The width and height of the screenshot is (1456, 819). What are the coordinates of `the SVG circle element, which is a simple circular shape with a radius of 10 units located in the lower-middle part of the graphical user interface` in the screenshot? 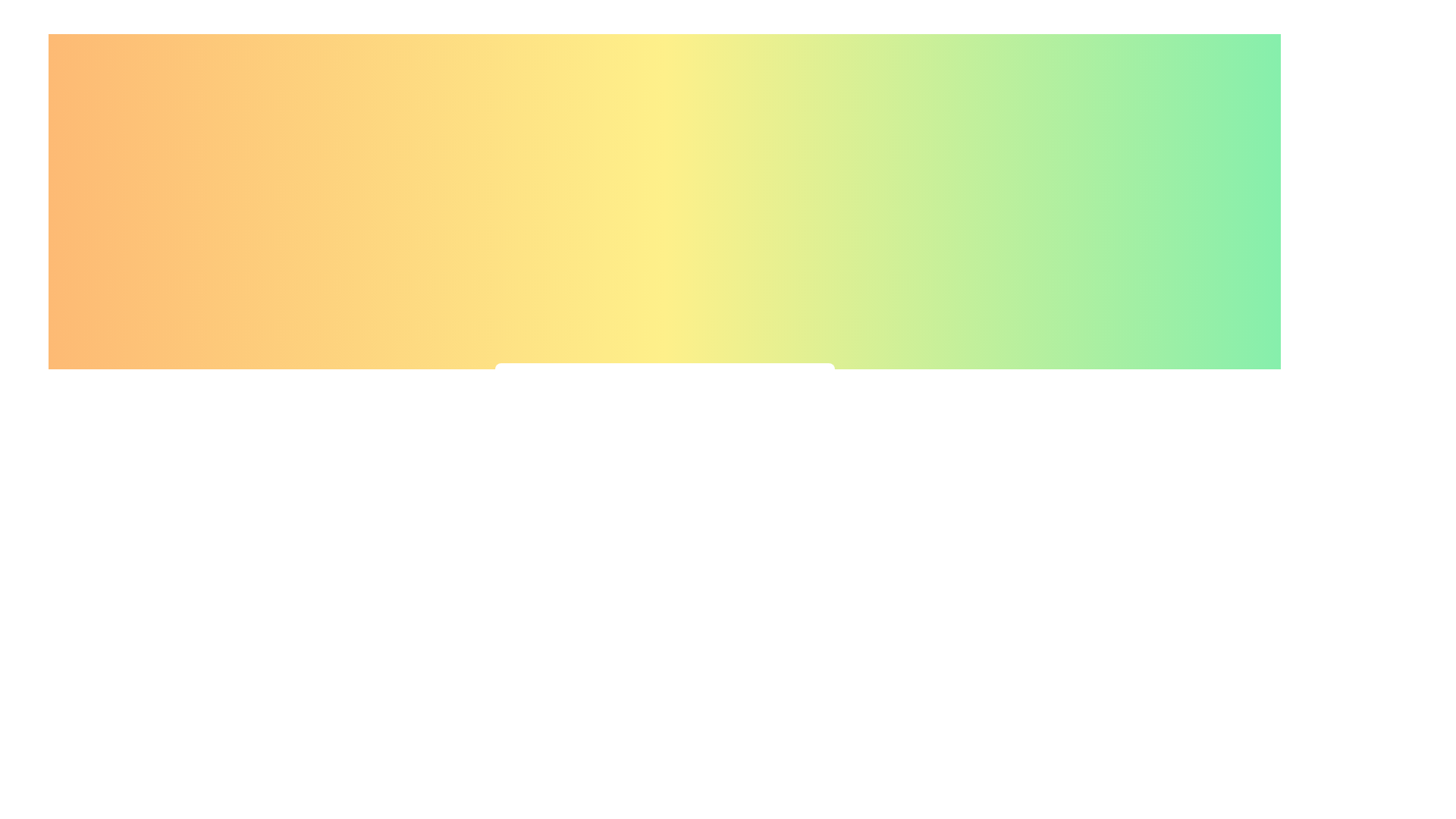 It's located at (640, 488).